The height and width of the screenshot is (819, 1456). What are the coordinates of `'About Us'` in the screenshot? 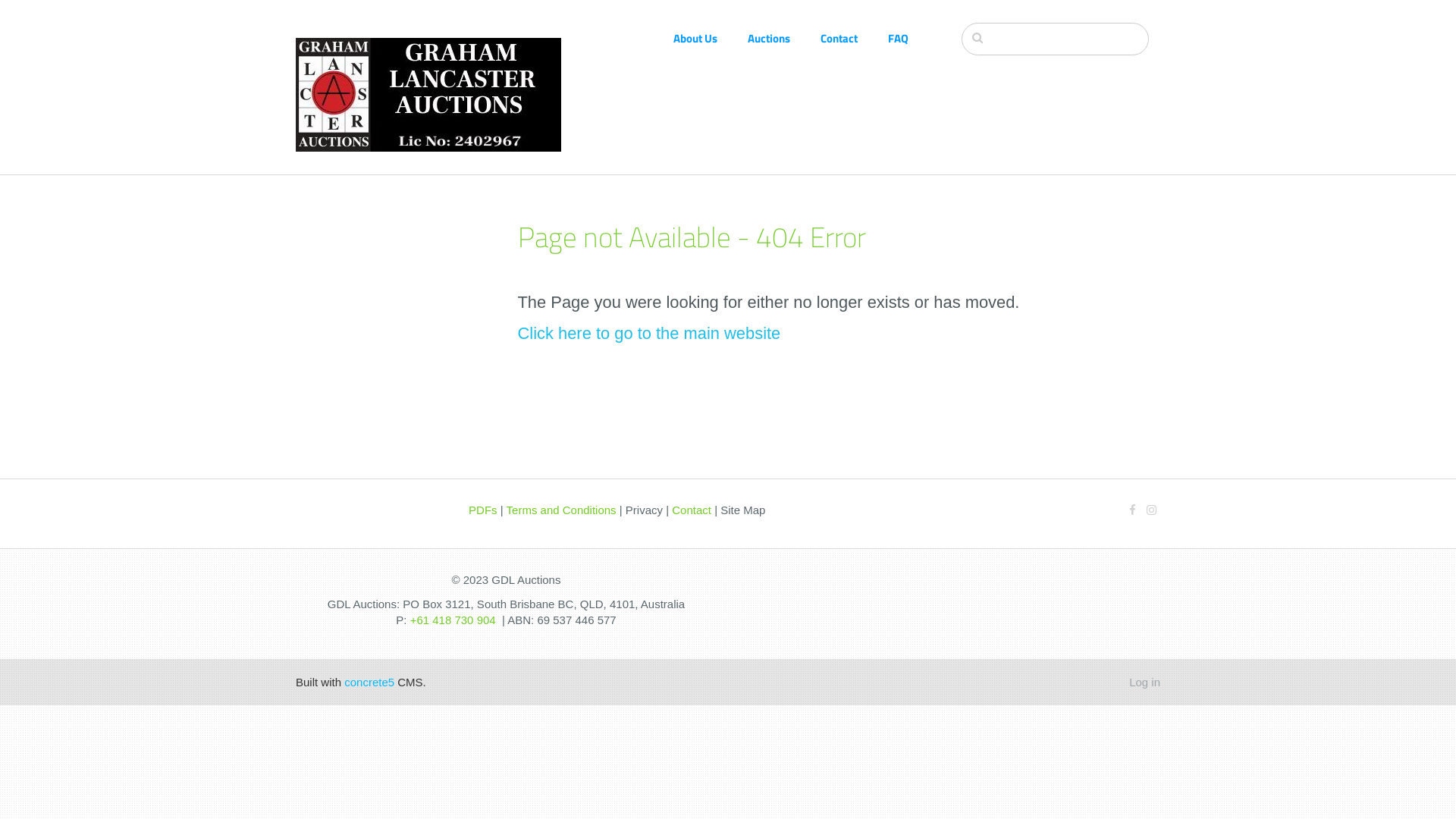 It's located at (709, 37).